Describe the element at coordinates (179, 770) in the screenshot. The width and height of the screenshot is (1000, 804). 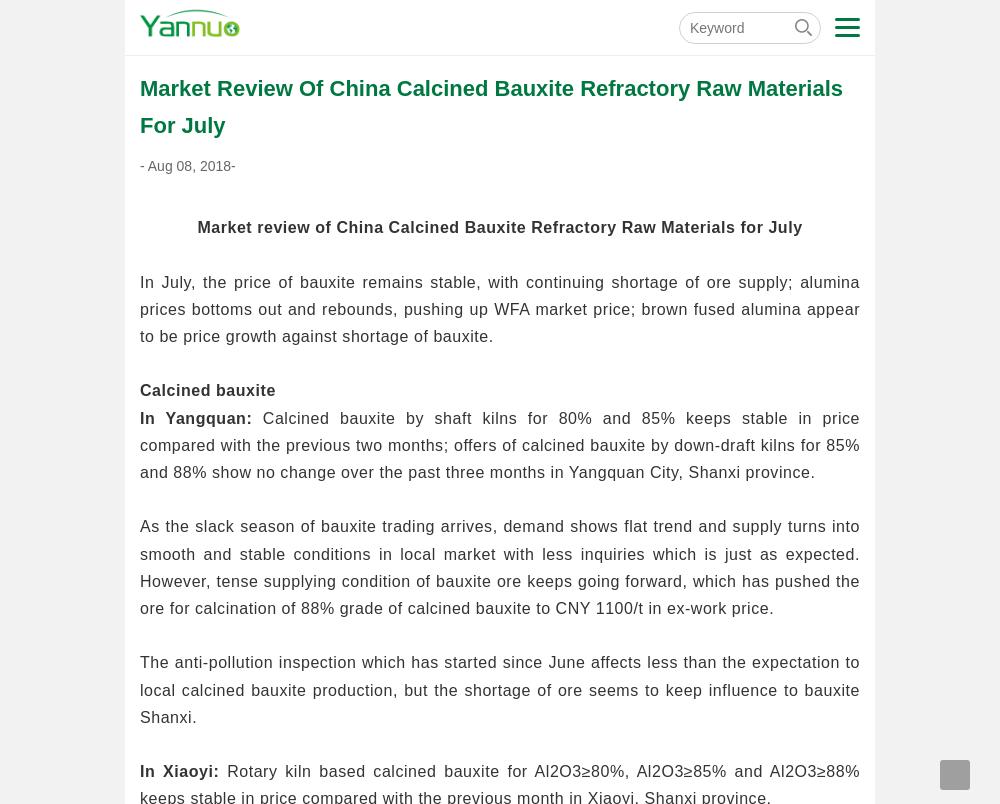
I see `'In Xiaoyi:'` at that location.